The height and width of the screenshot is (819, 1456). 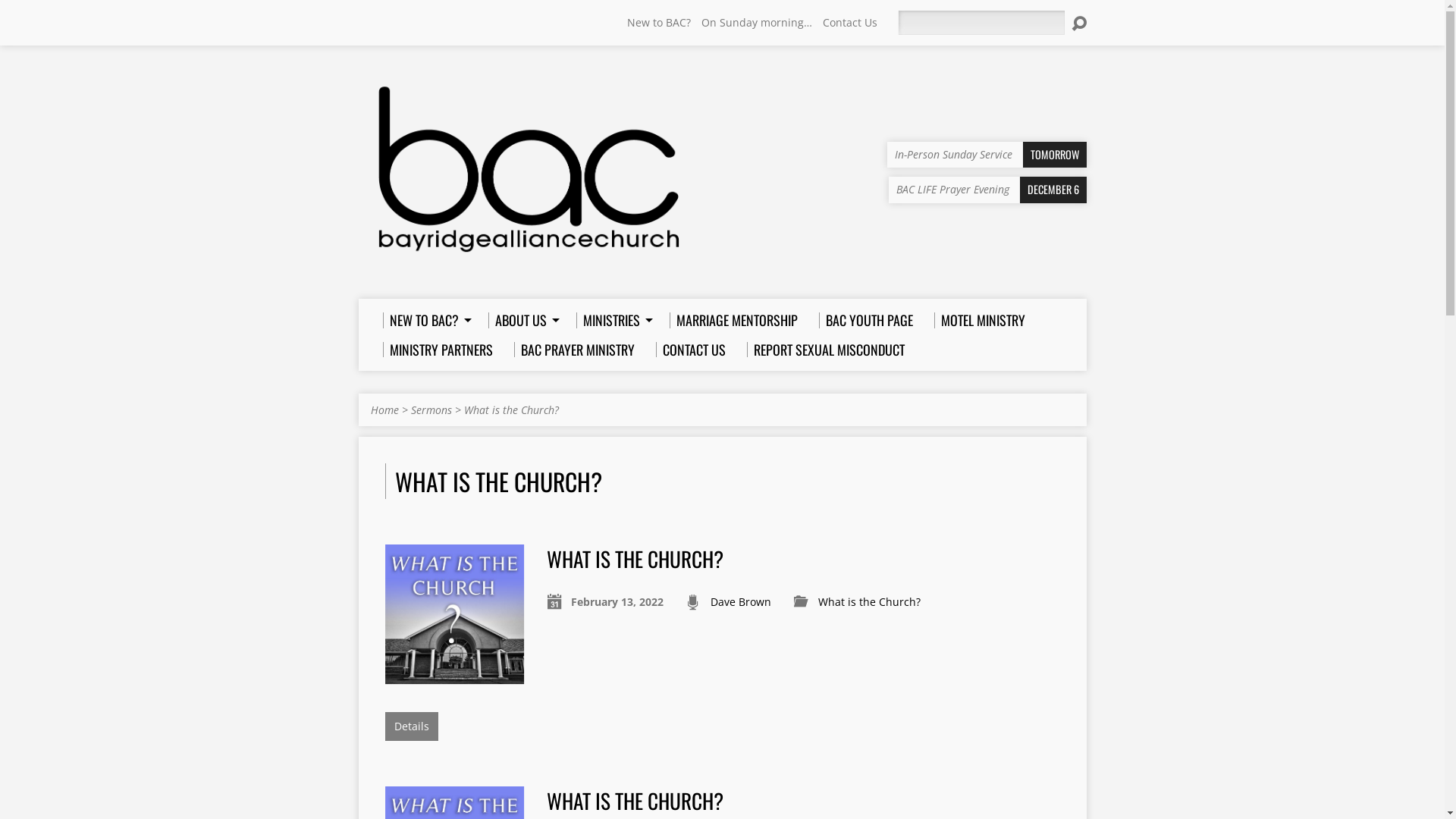 I want to click on 'REPORT SEXUAL MISCONDUCT', so click(x=745, y=350).